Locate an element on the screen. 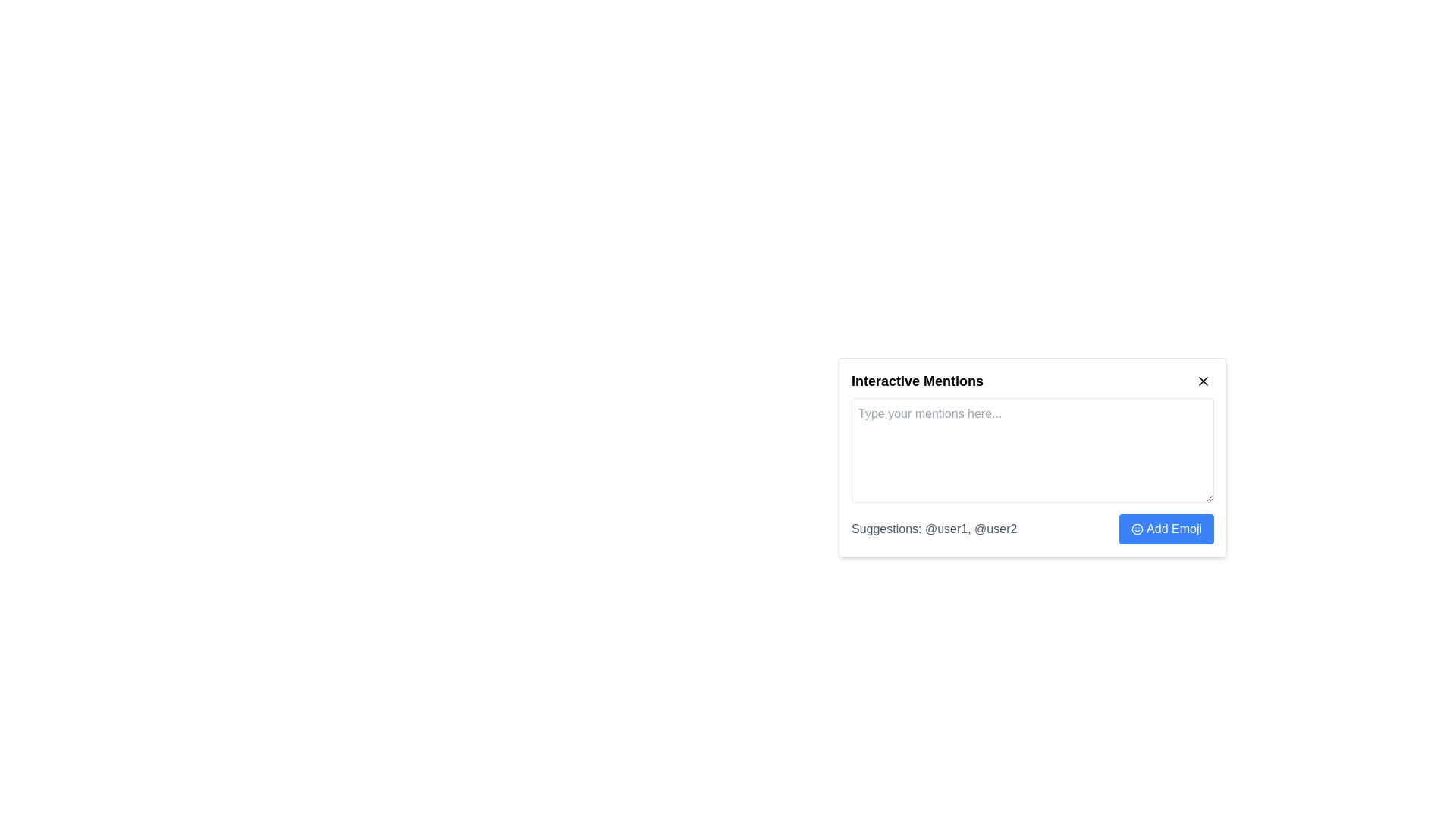 The height and width of the screenshot is (819, 1456). the blue rectangular button with rounded edges that has a white smiley face icon and the text 'Add Emoji' is located at coordinates (1165, 529).